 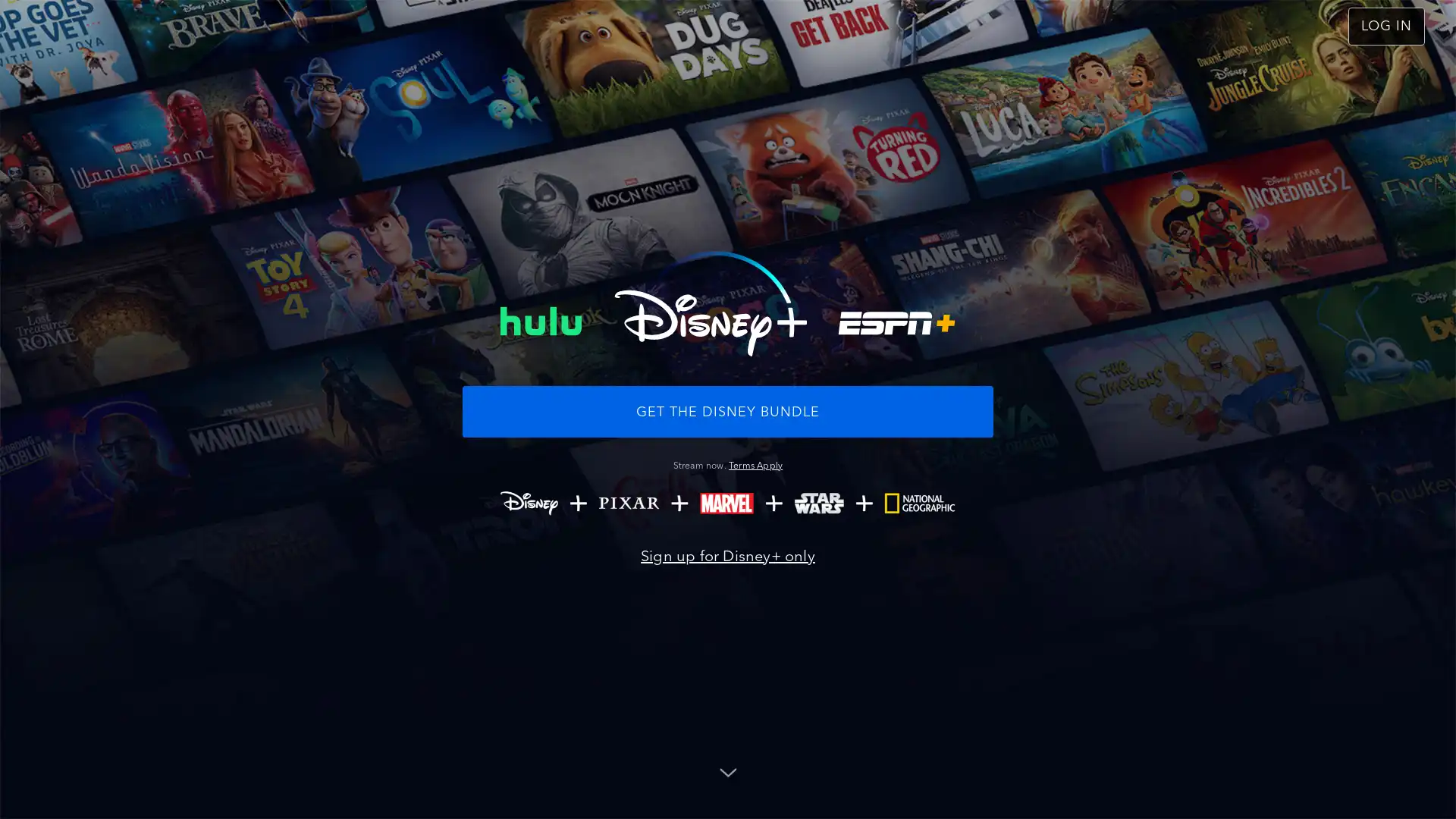 I want to click on Down Arrow, so click(x=728, y=771).